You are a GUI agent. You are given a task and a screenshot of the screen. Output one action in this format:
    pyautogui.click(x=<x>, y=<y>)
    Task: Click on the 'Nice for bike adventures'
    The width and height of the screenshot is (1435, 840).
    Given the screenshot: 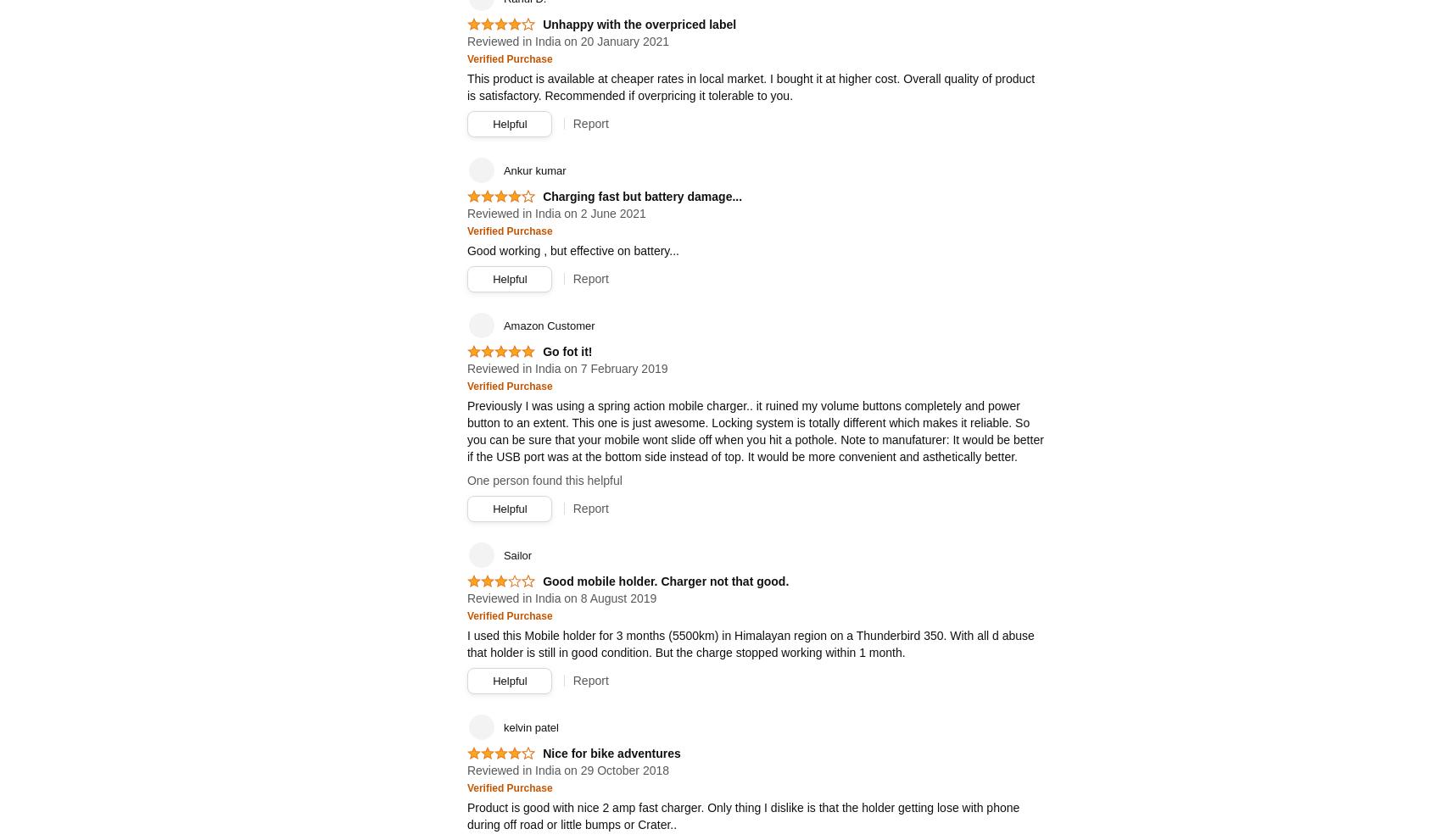 What is the action you would take?
    pyautogui.click(x=543, y=754)
    